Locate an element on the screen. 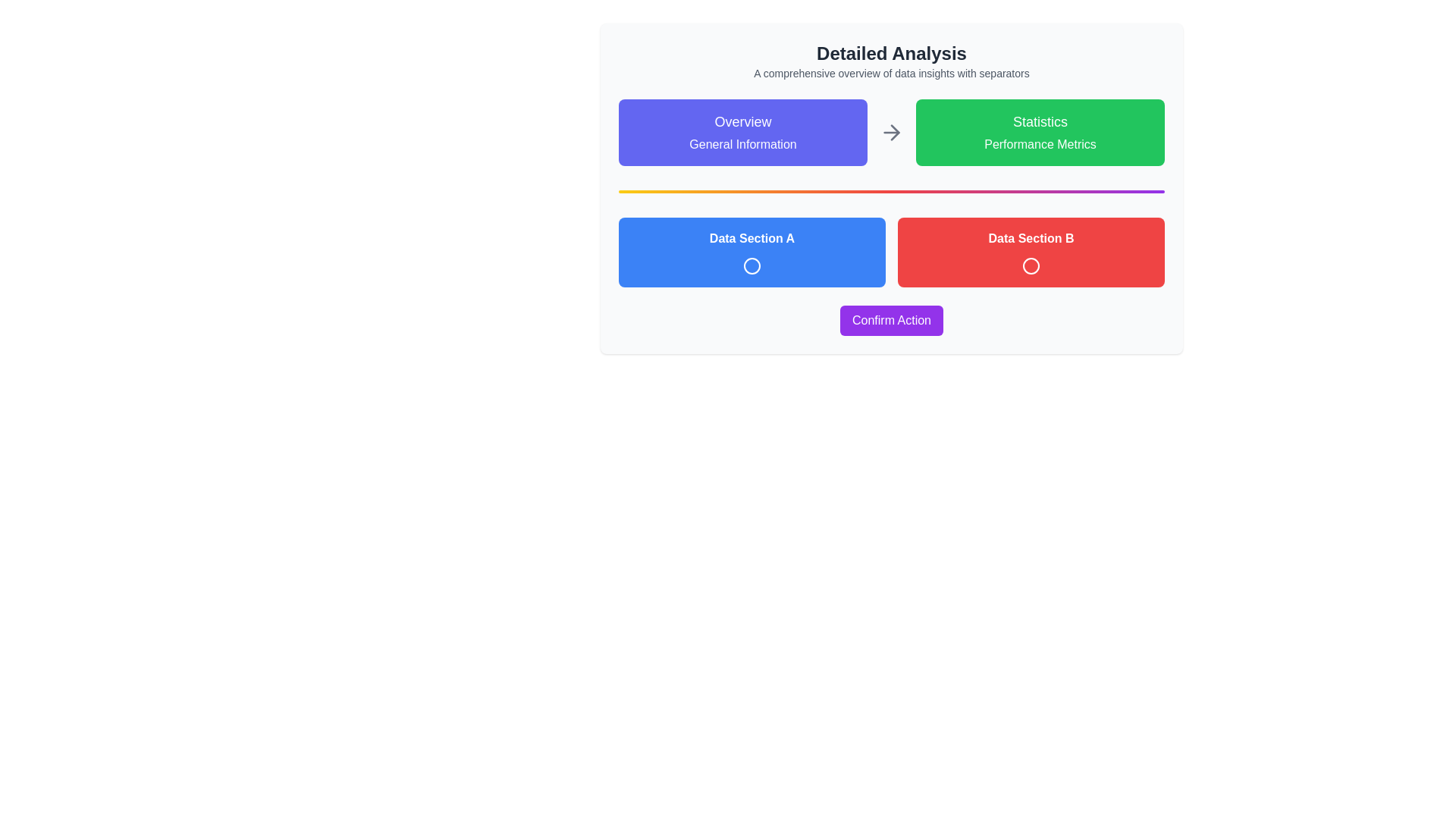 The height and width of the screenshot is (819, 1456). the text label indicating 'Data Section B', which is horizontally aligned in the middle of a red rounded rectangle is located at coordinates (1031, 239).